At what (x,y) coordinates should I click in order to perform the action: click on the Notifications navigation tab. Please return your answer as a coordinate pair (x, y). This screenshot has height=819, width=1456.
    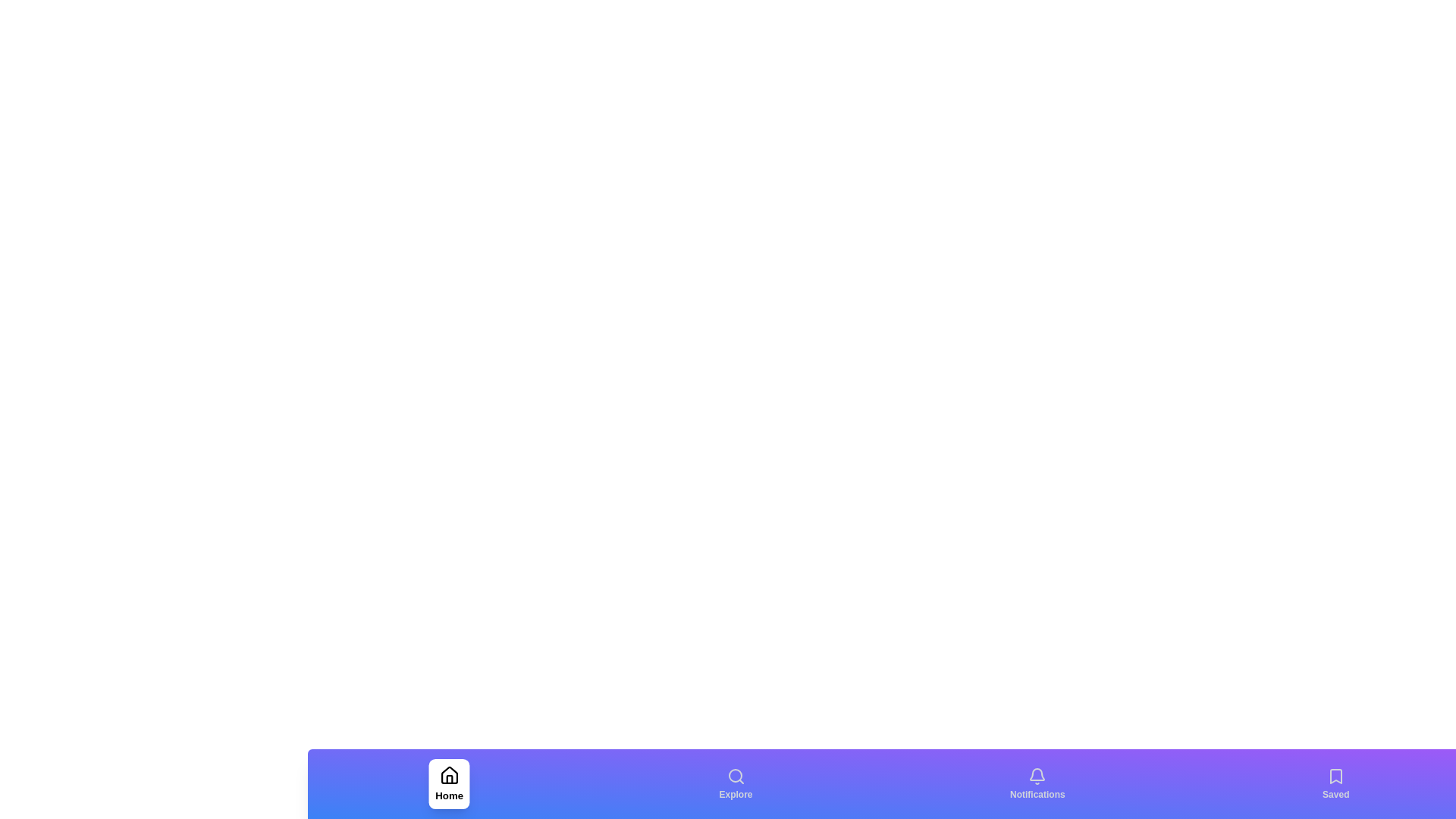
    Looking at the image, I should click on (1037, 783).